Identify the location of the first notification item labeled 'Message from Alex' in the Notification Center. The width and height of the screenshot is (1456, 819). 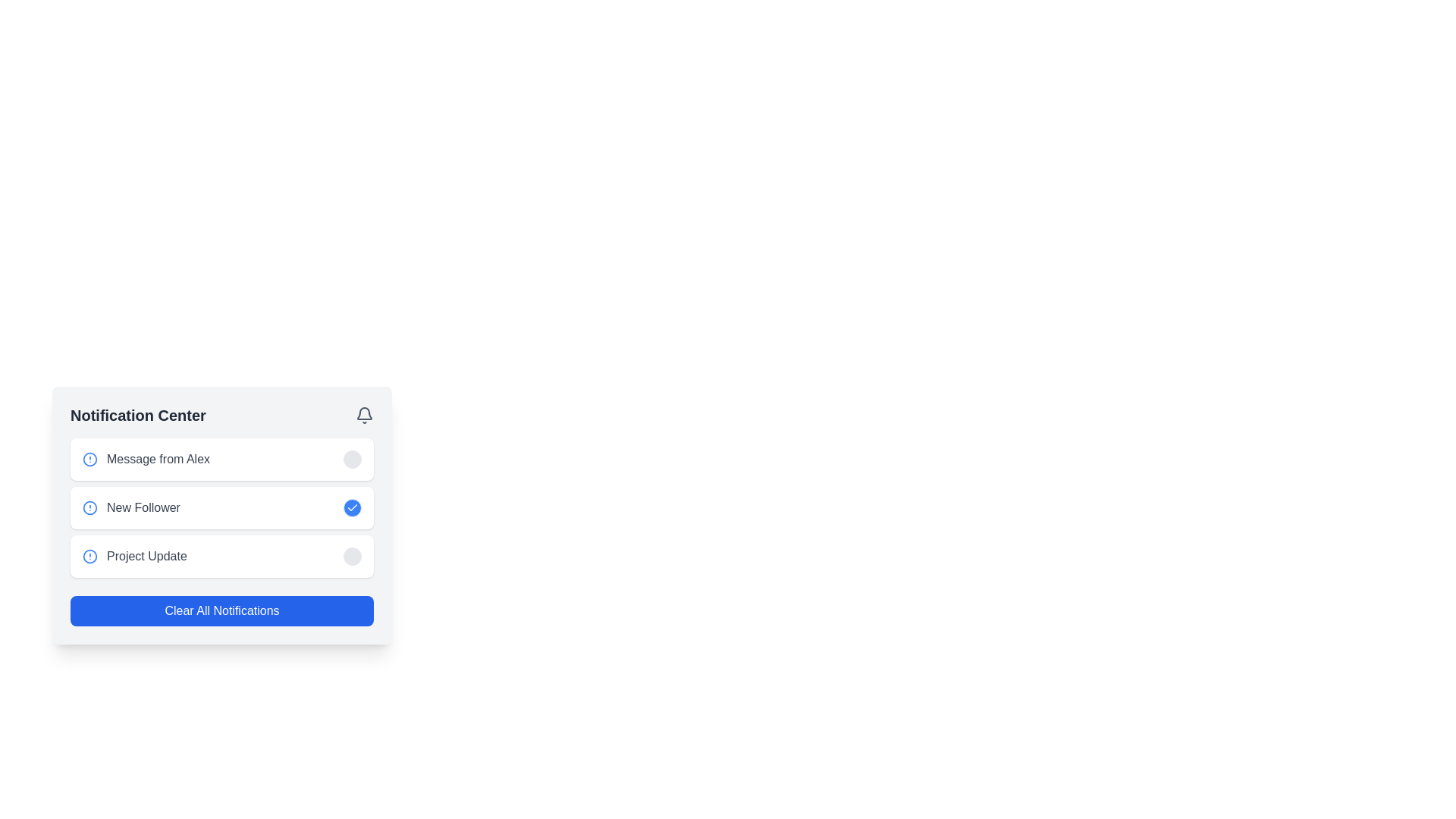
(146, 458).